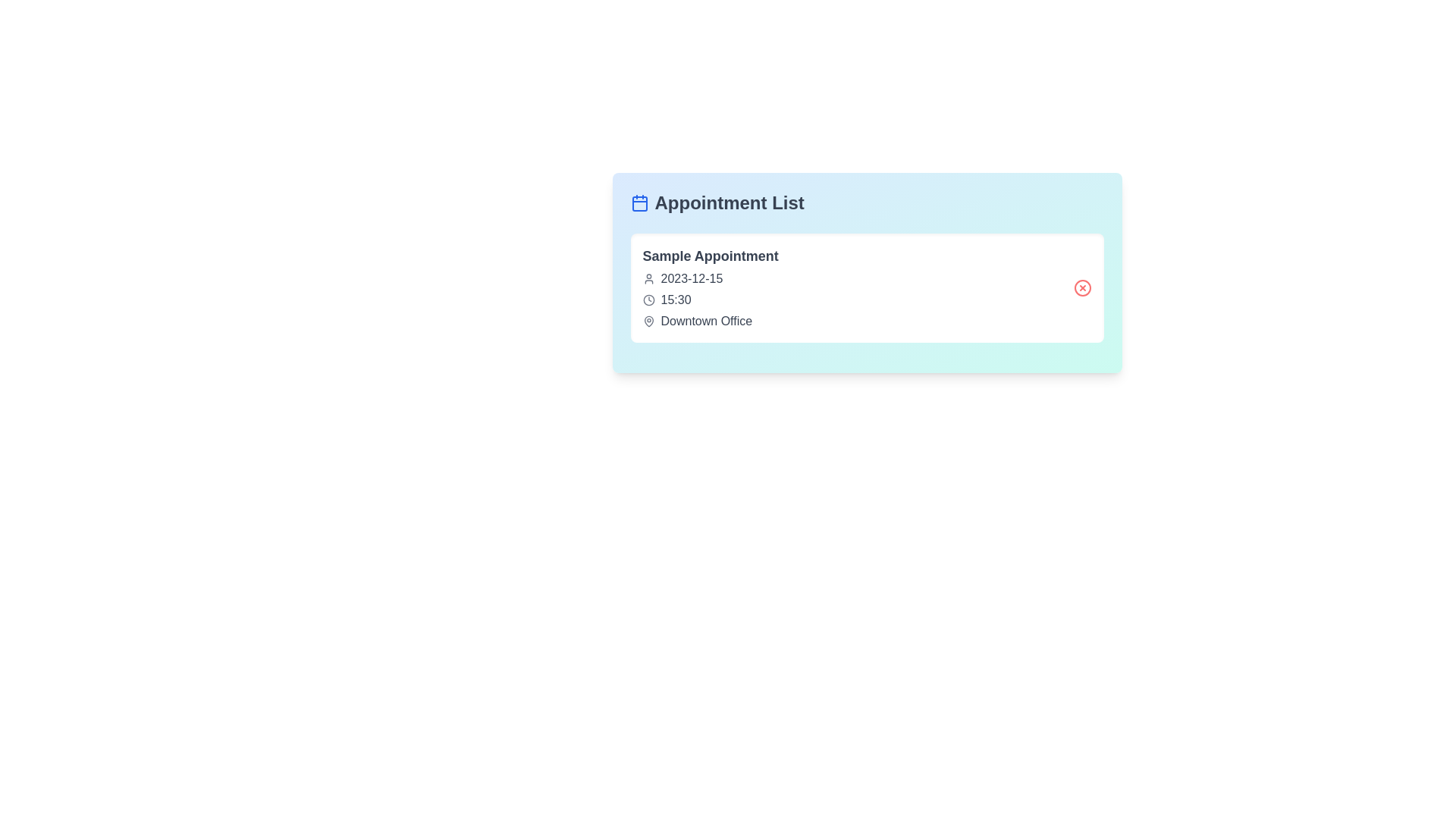 This screenshot has width=1456, height=819. Describe the element at coordinates (710, 256) in the screenshot. I see `the Text label that serves as the title for the specific appointment entry, located in the upper-left section of the card under 'Appointment List'` at that location.